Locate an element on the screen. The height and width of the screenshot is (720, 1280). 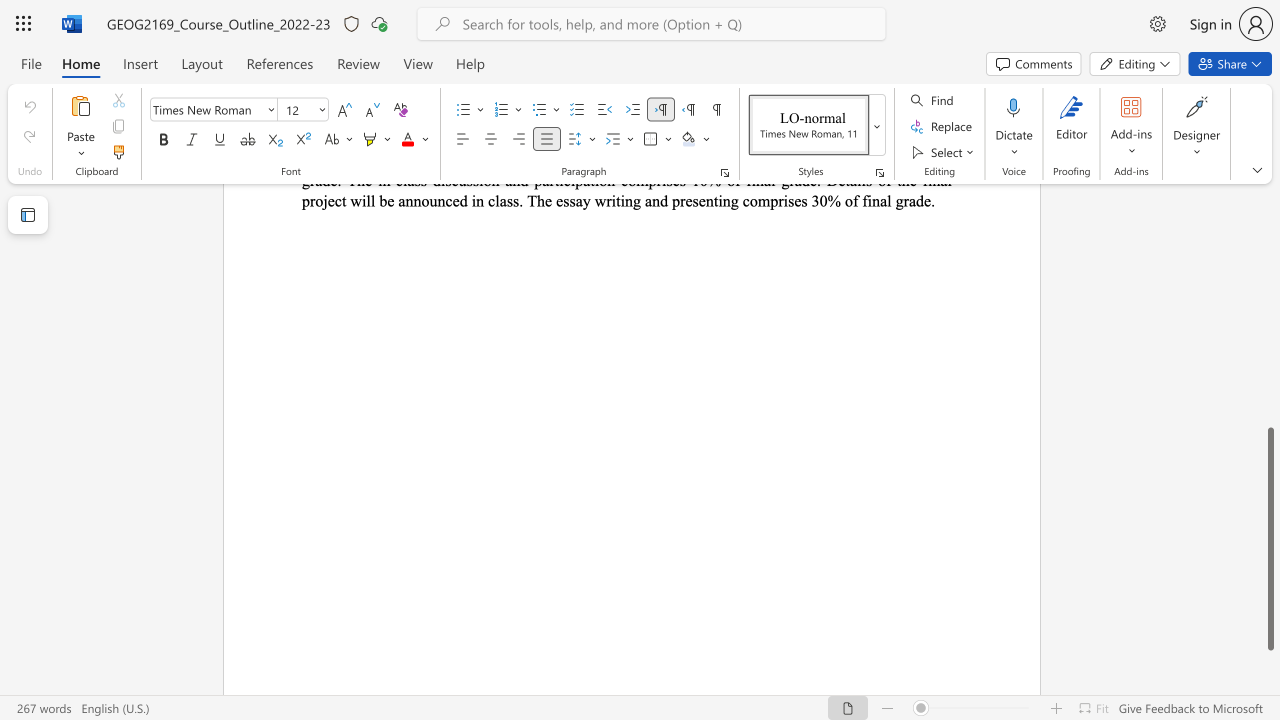
the scrollbar and move up 380 pixels is located at coordinates (1269, 538).